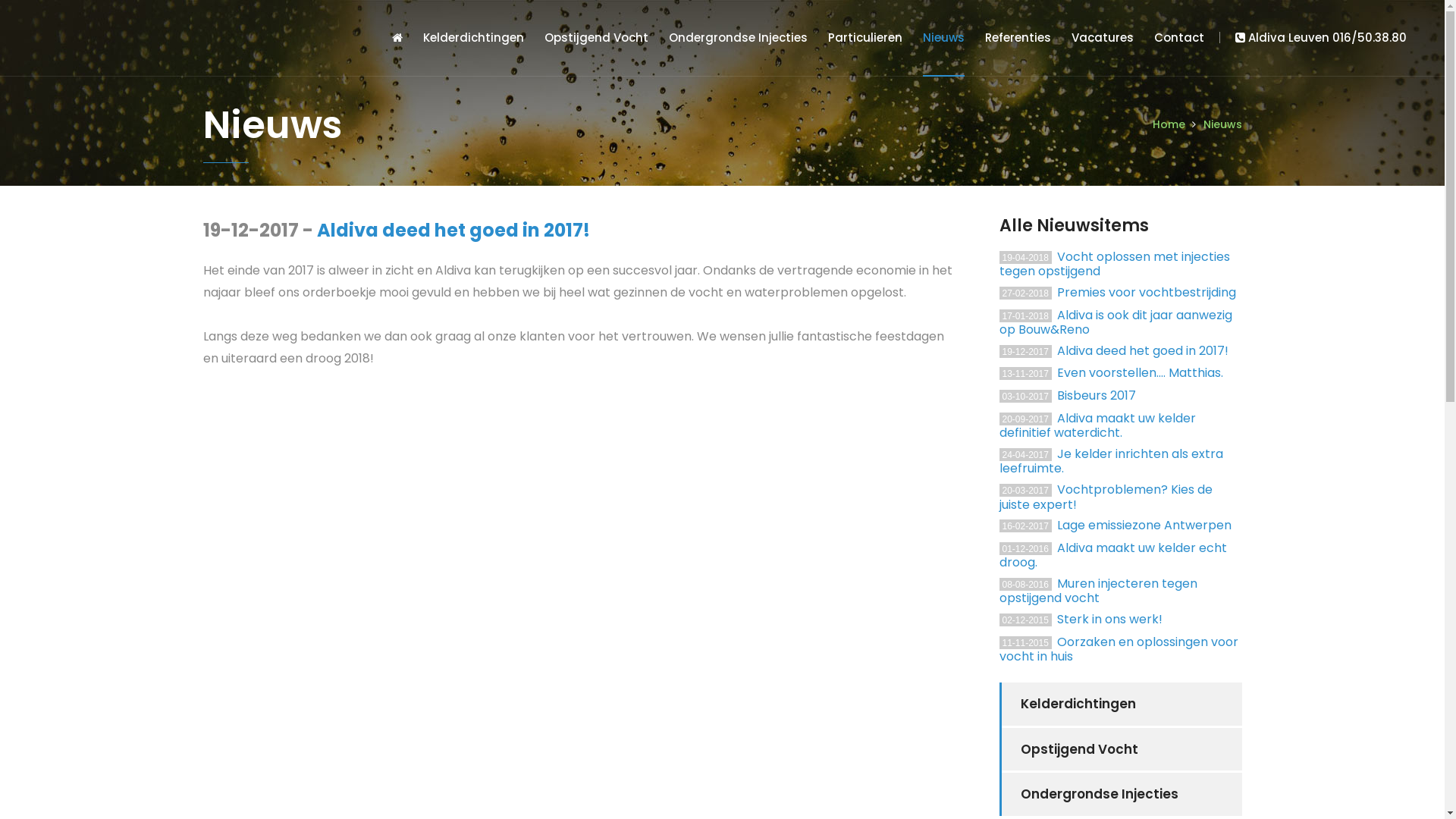  What do you see at coordinates (472, 37) in the screenshot?
I see `'Kelderdichtingen'` at bounding box center [472, 37].